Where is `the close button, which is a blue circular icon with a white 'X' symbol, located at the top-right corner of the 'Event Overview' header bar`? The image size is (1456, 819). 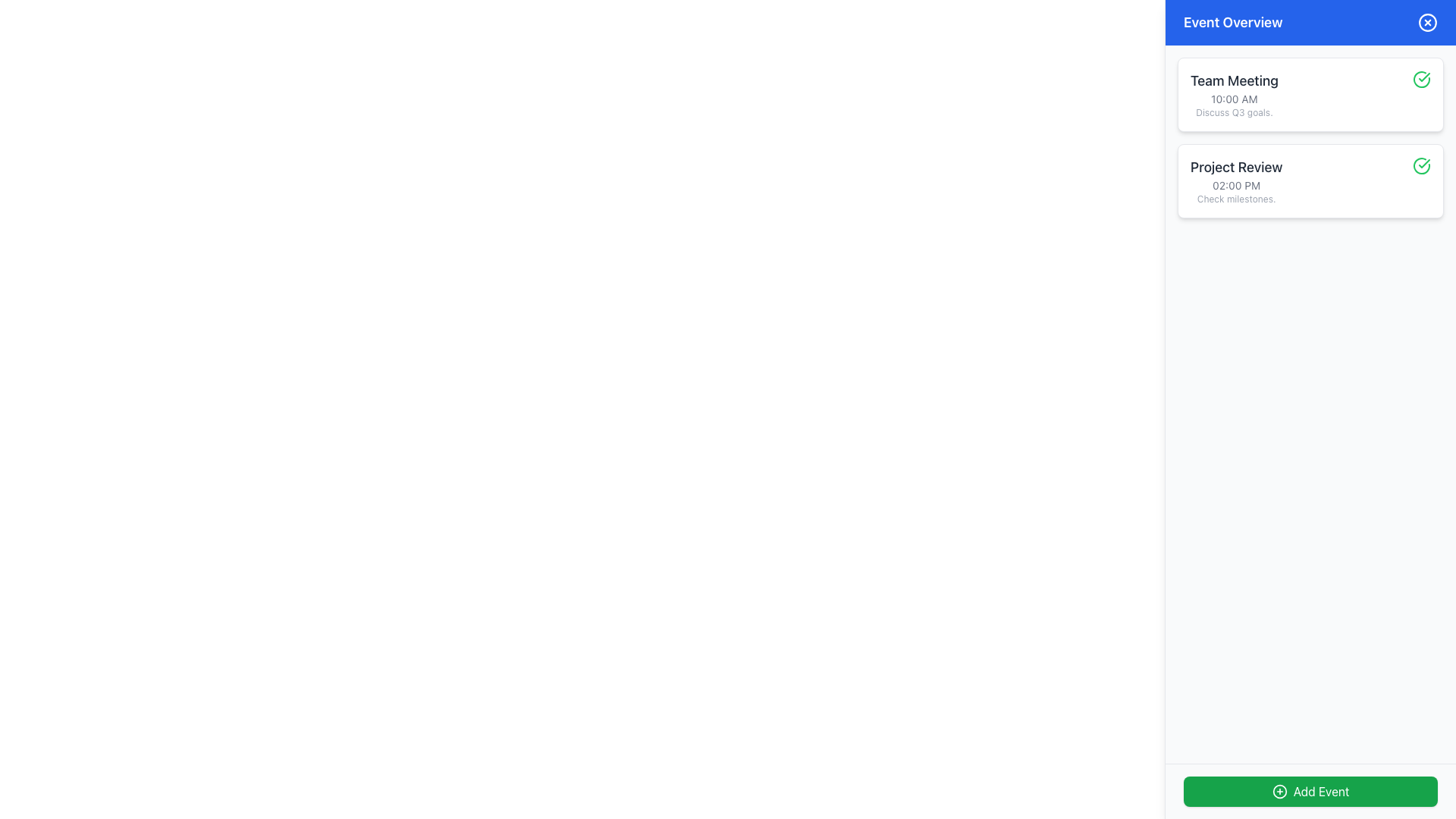
the close button, which is a blue circular icon with a white 'X' symbol, located at the top-right corner of the 'Event Overview' header bar is located at coordinates (1426, 23).